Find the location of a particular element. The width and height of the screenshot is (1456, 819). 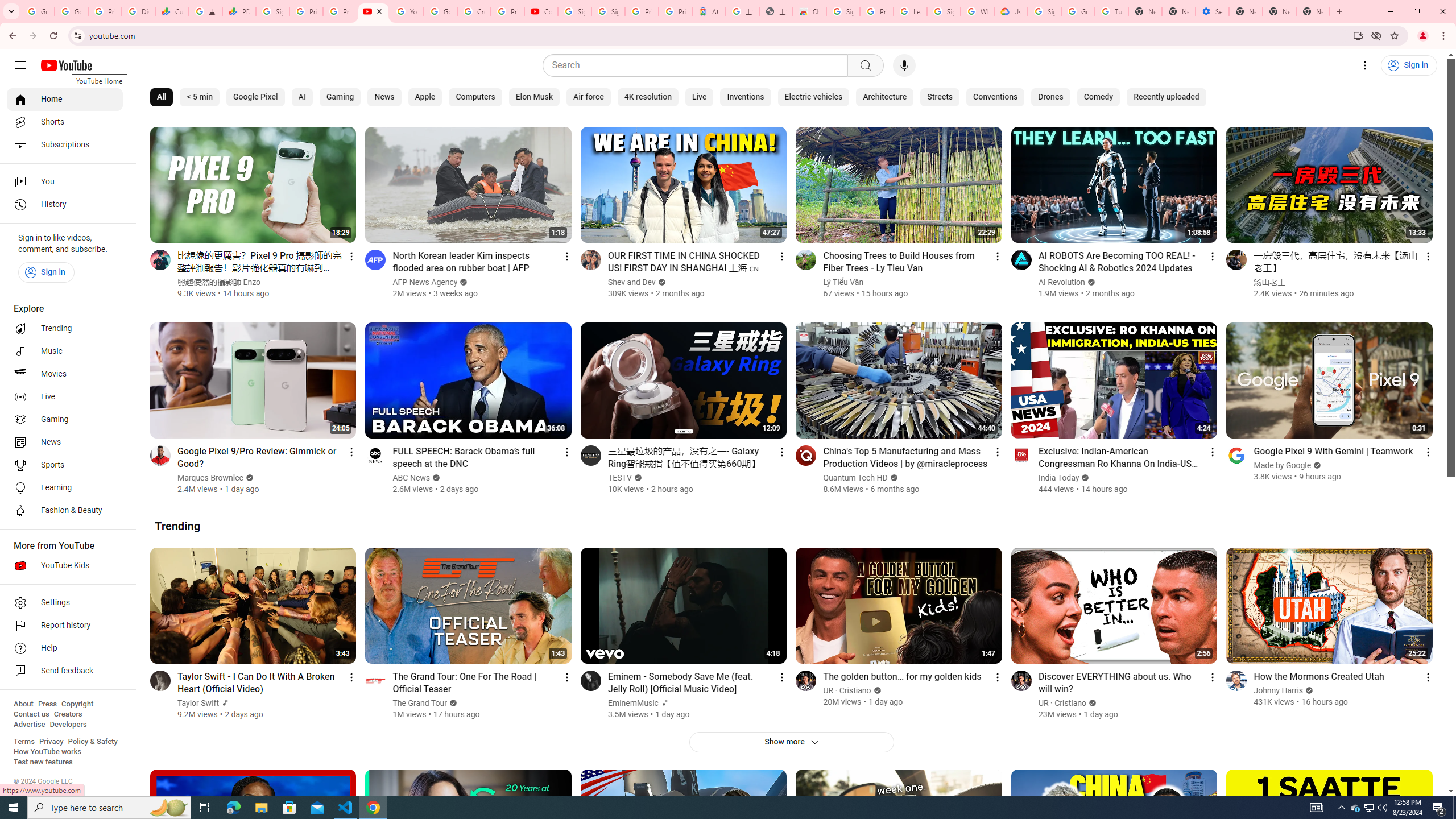

'Taylor Swift' is located at coordinates (198, 703).